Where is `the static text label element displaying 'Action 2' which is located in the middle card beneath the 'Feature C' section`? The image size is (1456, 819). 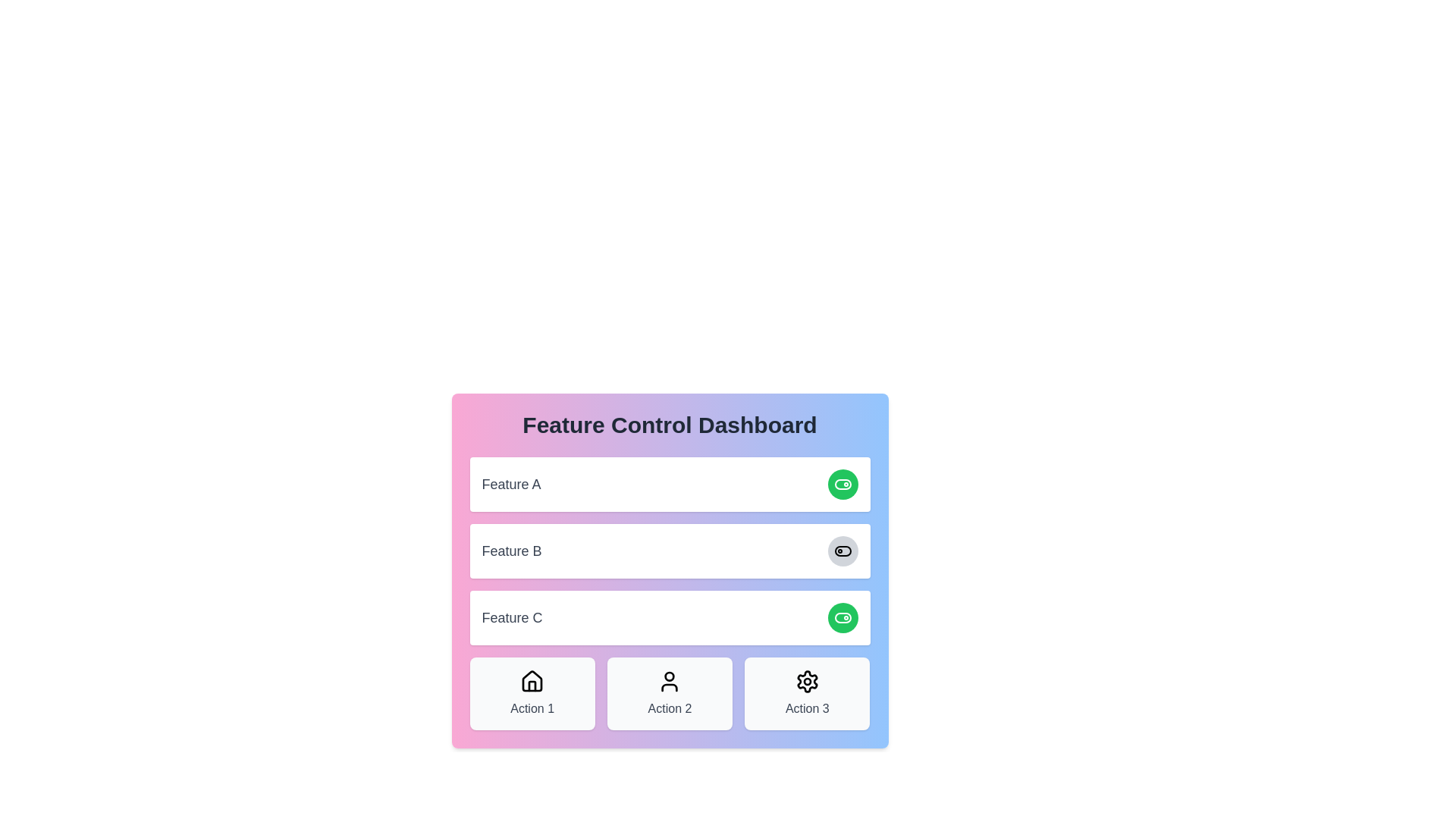 the static text label element displaying 'Action 2' which is located in the middle card beneath the 'Feature C' section is located at coordinates (669, 708).